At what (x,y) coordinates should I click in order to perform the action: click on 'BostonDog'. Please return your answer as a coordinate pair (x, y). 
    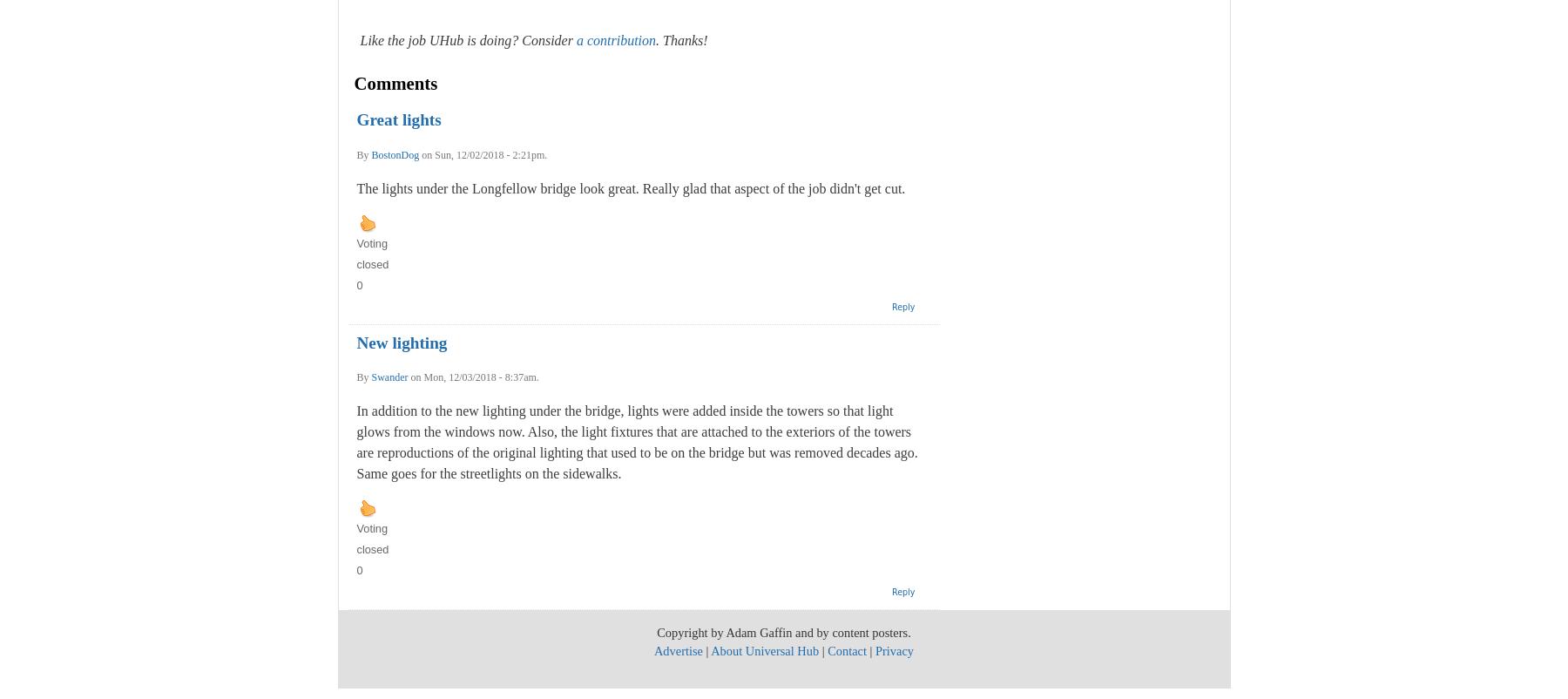
    Looking at the image, I should click on (371, 154).